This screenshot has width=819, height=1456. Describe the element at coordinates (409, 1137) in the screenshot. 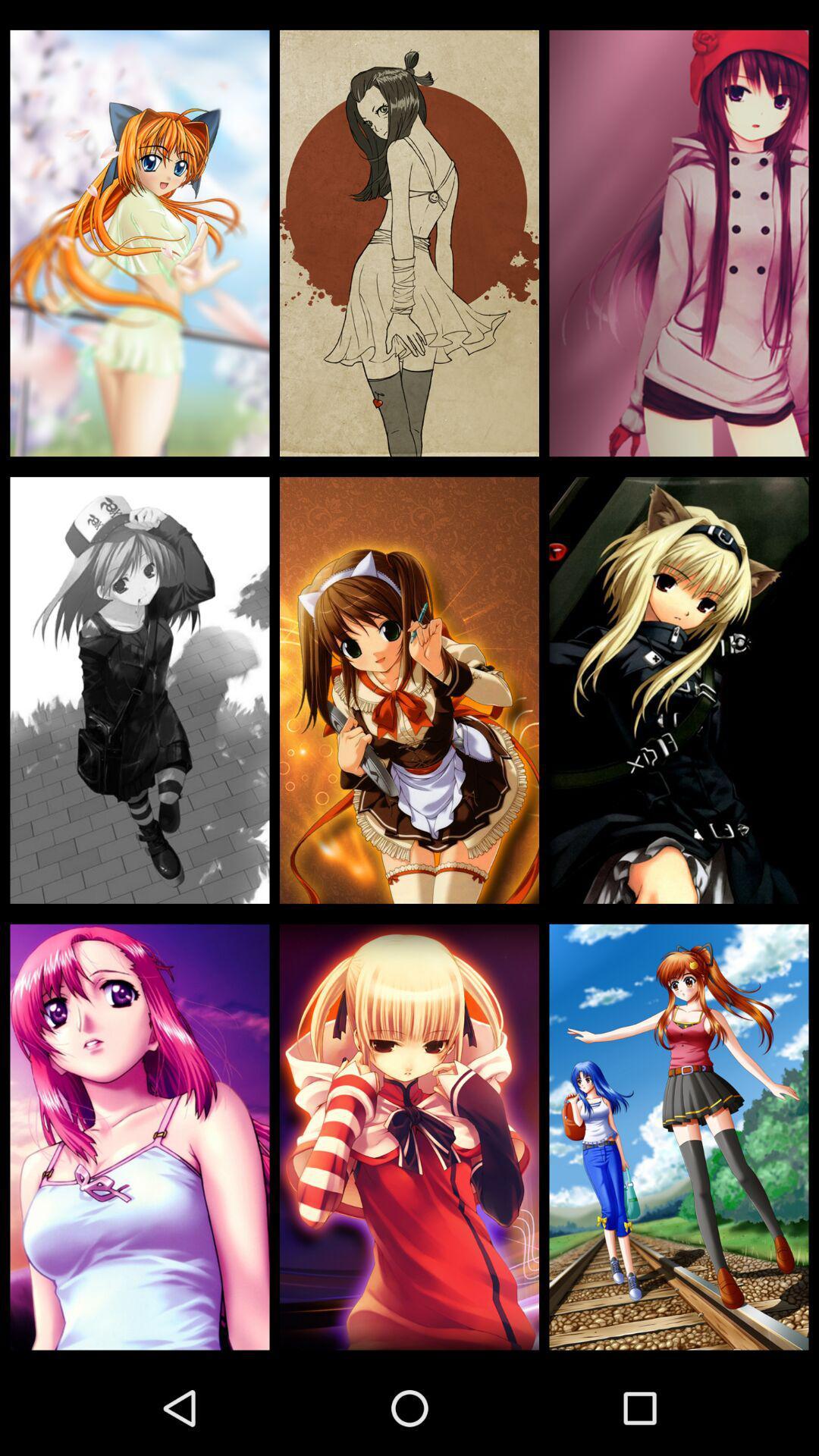

I see `avatar` at that location.